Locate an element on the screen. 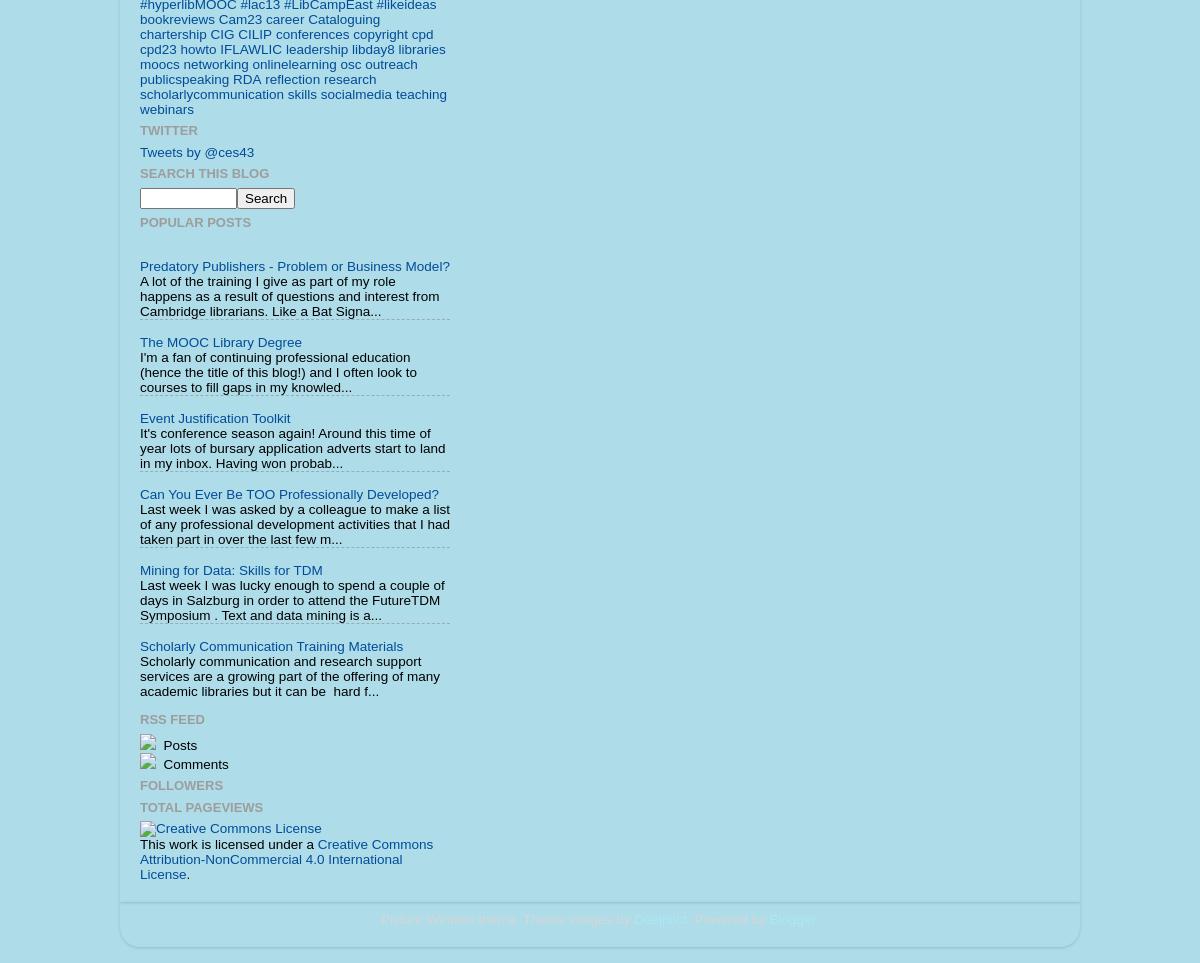  'networking' is located at coordinates (214, 63).